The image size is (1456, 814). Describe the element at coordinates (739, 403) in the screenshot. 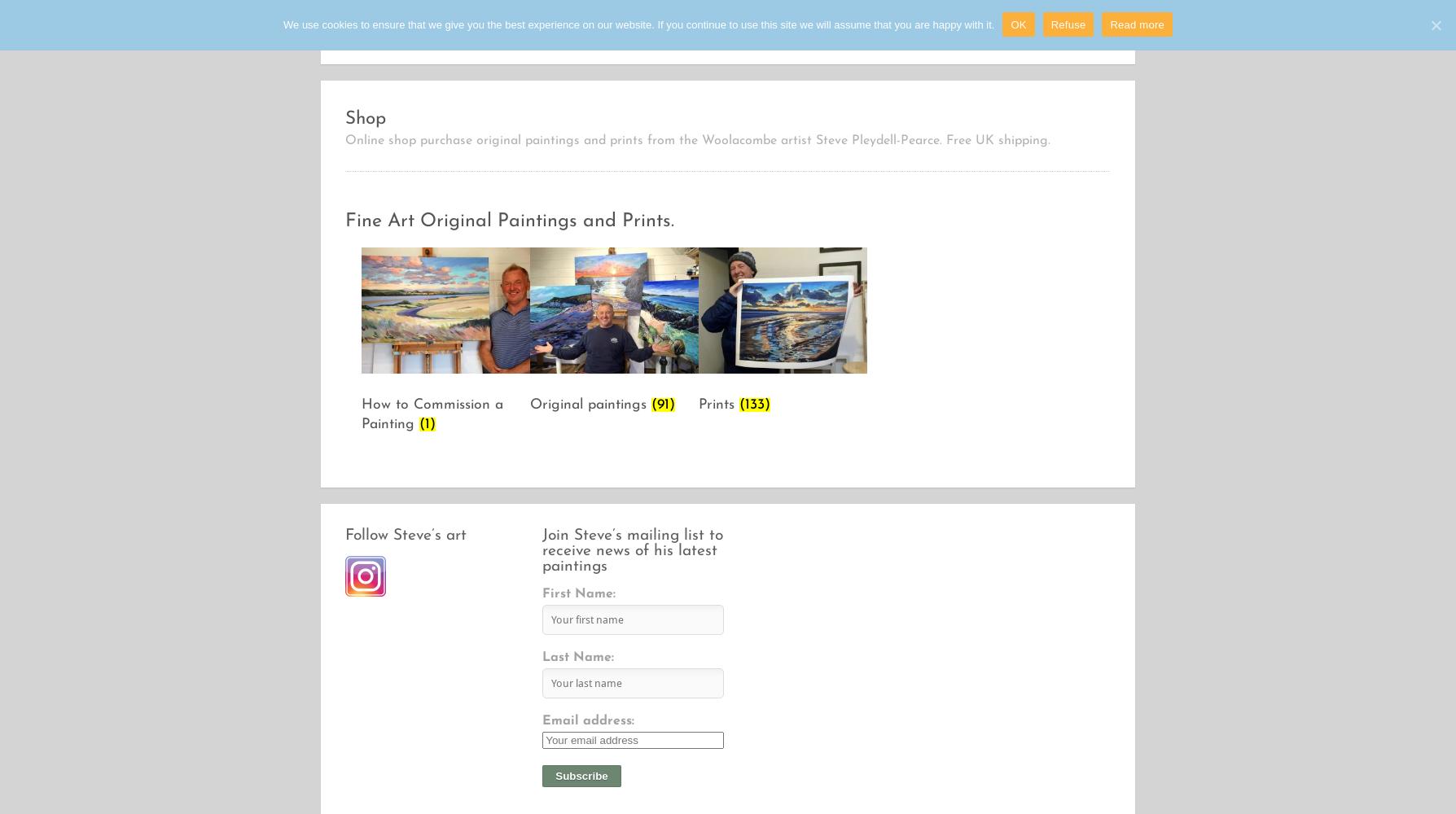

I see `'(133)'` at that location.